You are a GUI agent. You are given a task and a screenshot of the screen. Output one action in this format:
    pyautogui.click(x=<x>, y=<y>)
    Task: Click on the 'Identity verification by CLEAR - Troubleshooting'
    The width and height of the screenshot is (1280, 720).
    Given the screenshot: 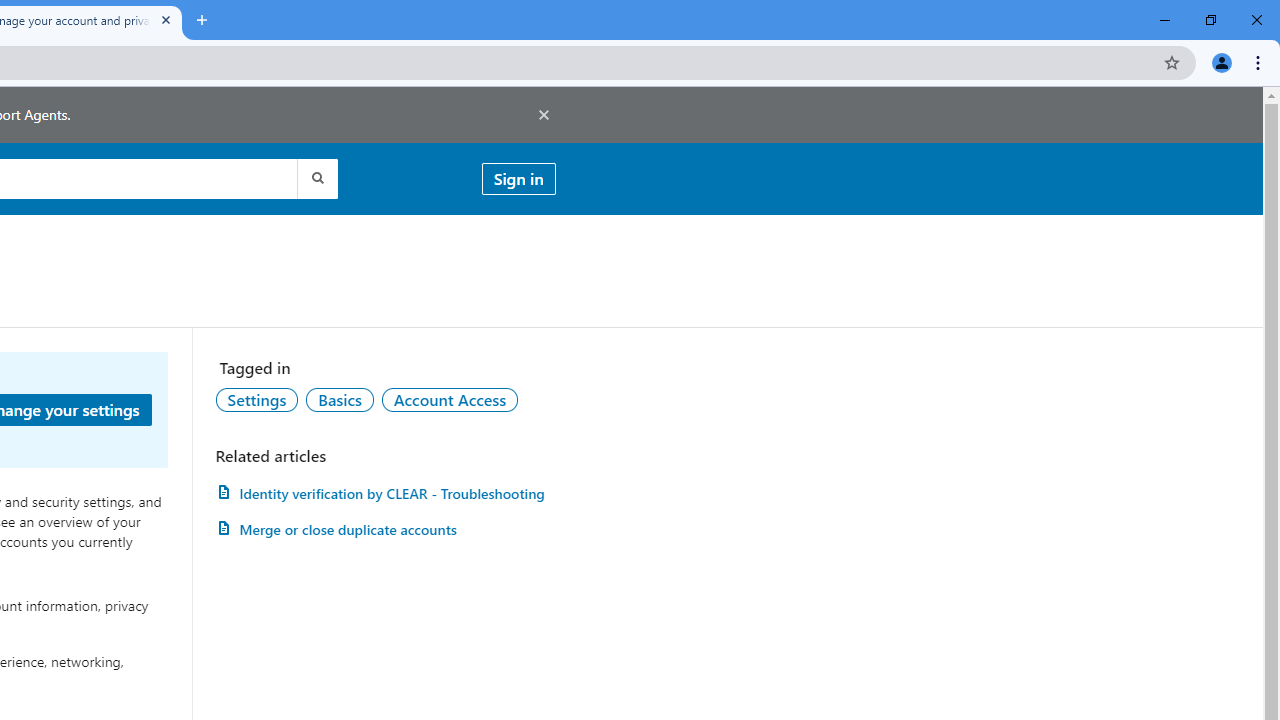 What is the action you would take?
    pyautogui.click(x=385, y=493)
    